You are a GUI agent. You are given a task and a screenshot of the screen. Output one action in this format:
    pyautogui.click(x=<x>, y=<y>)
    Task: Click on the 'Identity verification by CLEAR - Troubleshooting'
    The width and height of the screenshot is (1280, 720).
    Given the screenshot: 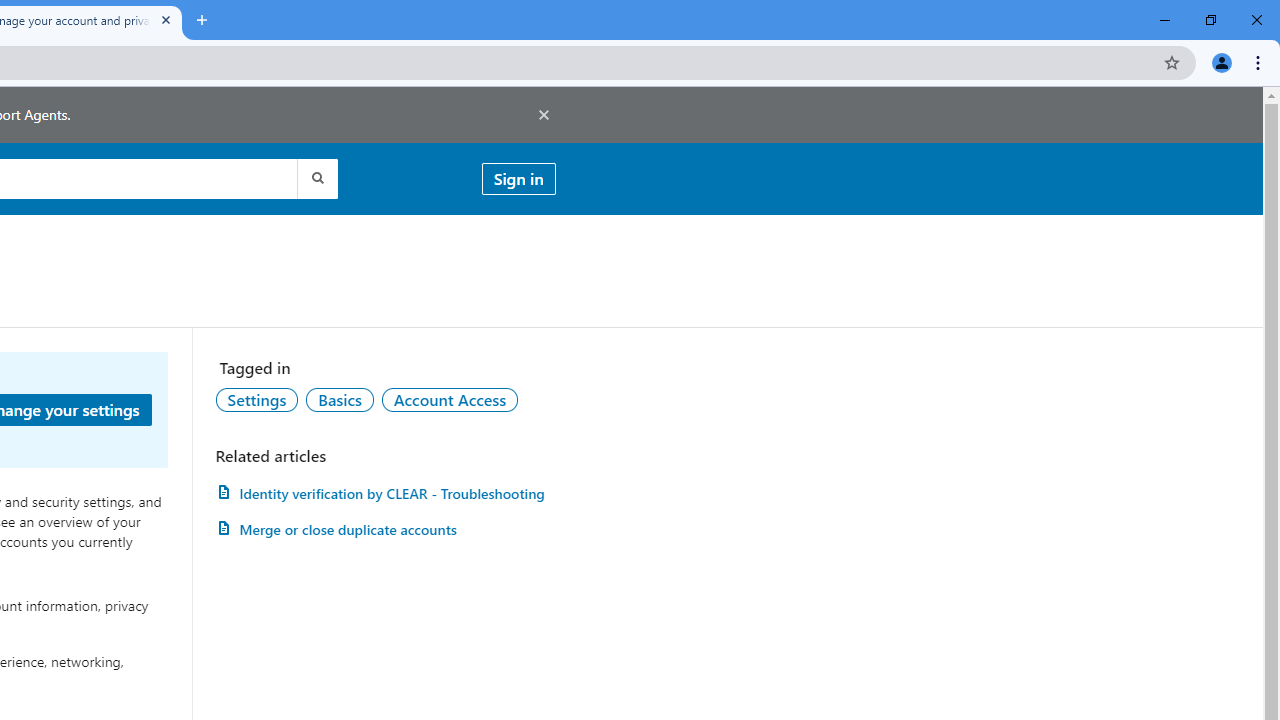 What is the action you would take?
    pyautogui.click(x=385, y=493)
    